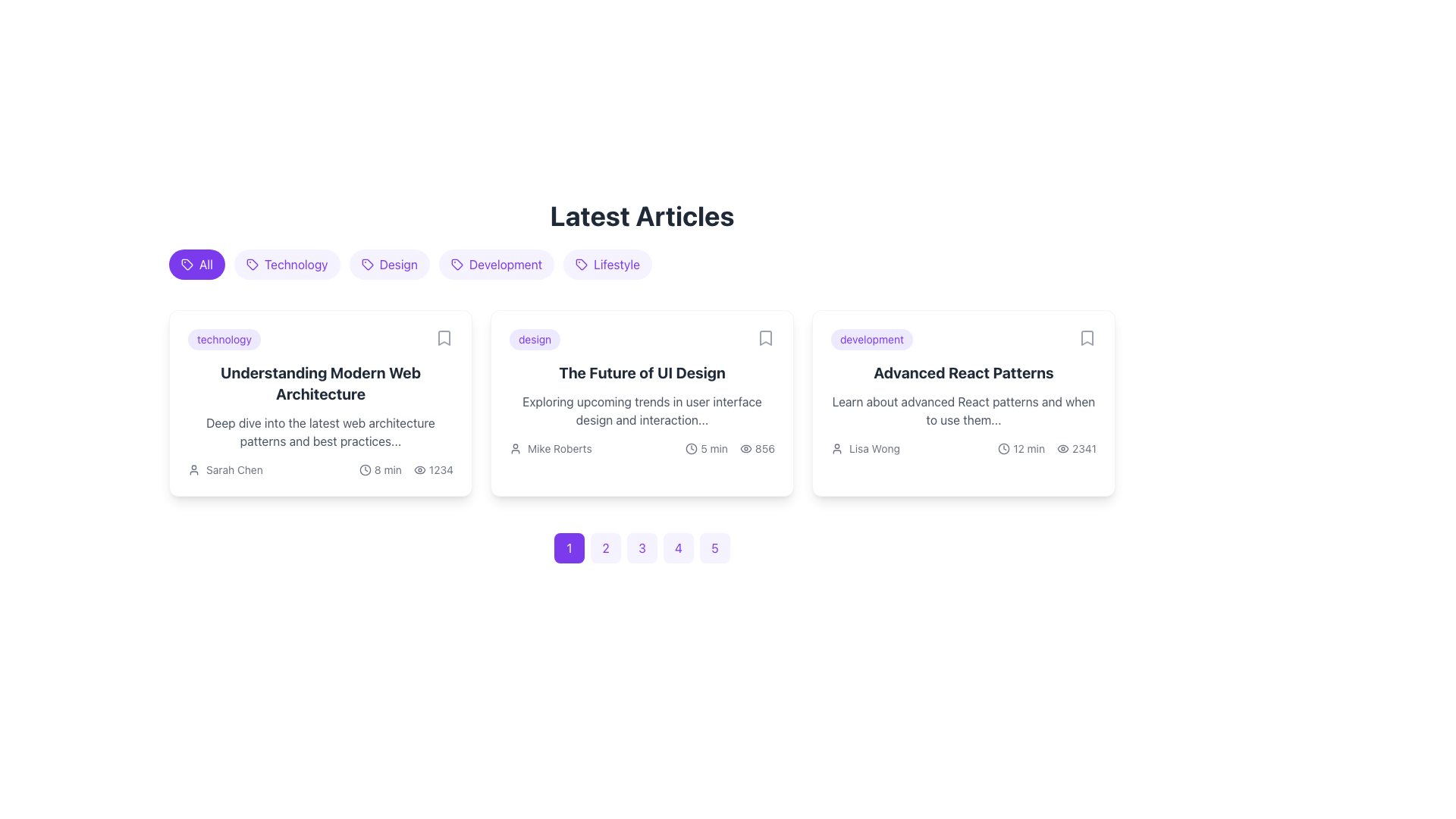 This screenshot has height=819, width=1456. What do you see at coordinates (389, 263) in the screenshot?
I see `the 'Design' category button, which is a rounded, purple button with the text 'Design' and a tag icon on its left, located between the 'Technology' and 'Development' buttons` at bounding box center [389, 263].